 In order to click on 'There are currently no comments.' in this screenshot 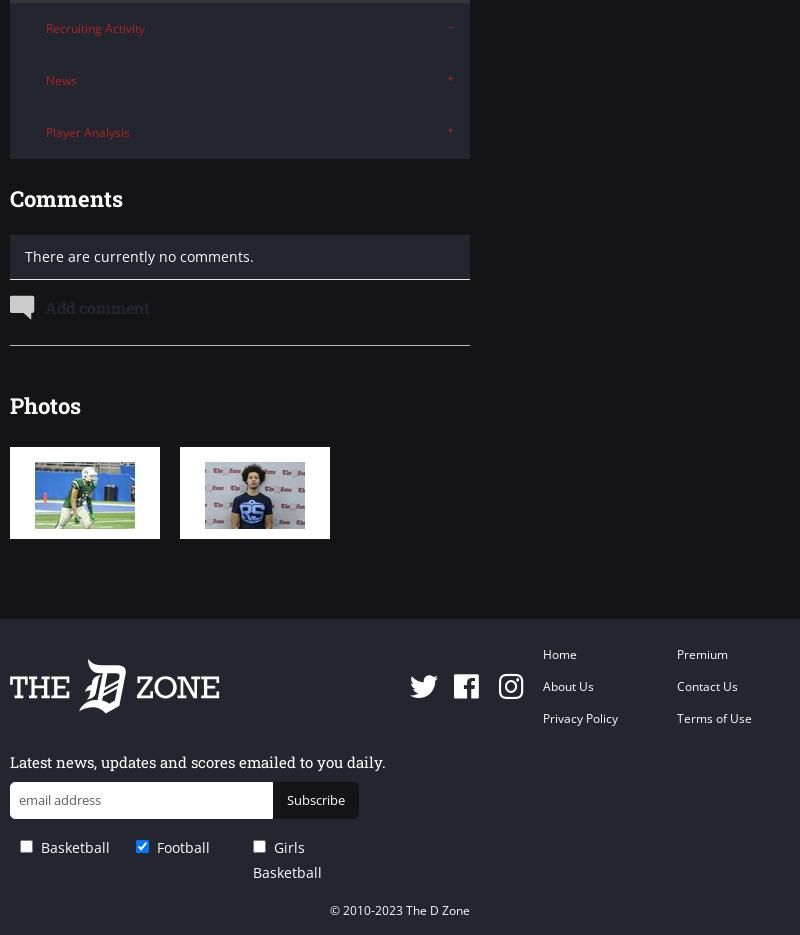, I will do `click(24, 255)`.